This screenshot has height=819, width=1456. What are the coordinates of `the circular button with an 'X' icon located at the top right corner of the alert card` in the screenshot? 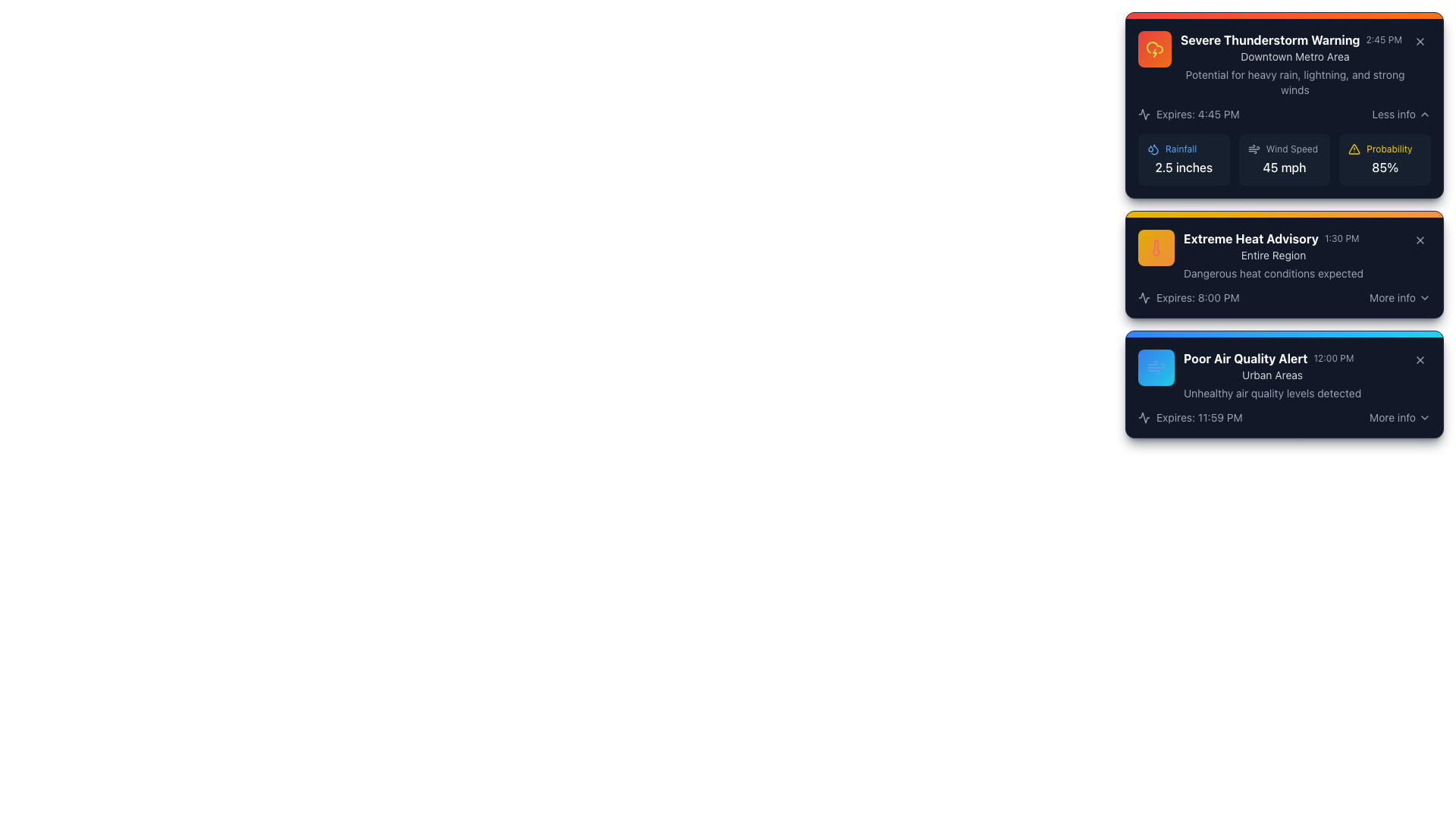 It's located at (1419, 40).